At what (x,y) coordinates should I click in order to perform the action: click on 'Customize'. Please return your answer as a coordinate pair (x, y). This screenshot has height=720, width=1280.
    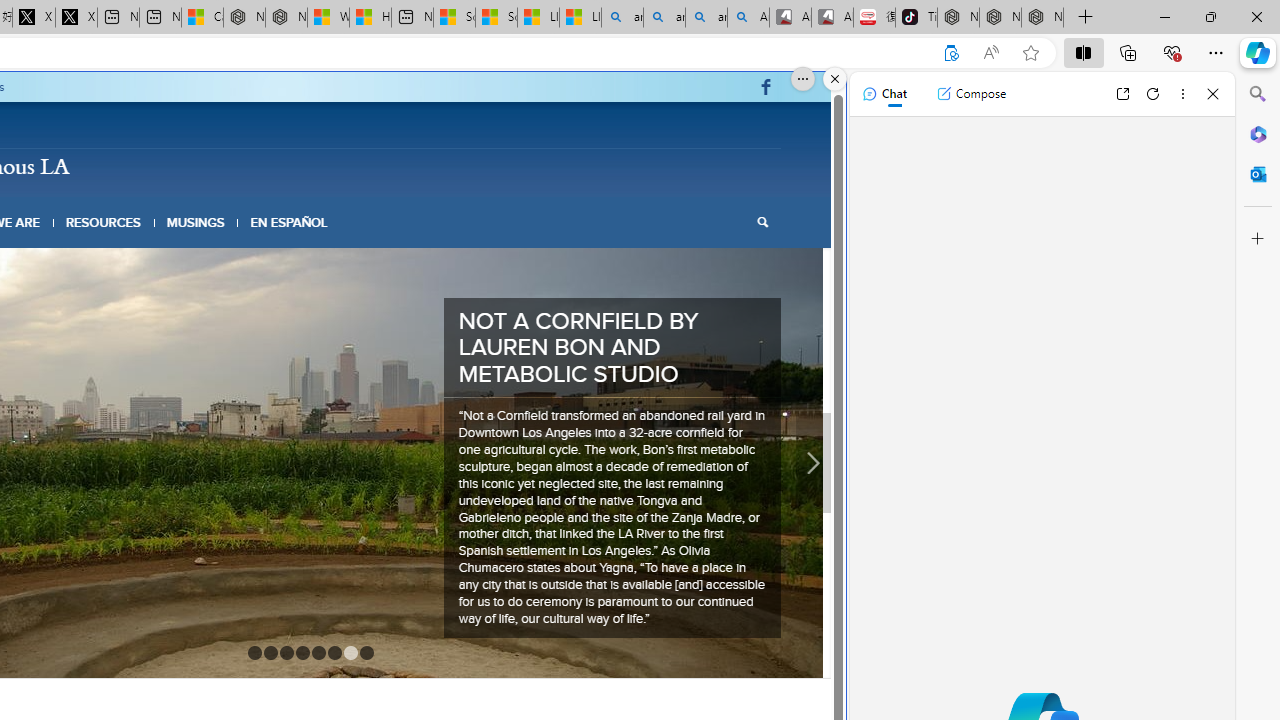
    Looking at the image, I should click on (1257, 238).